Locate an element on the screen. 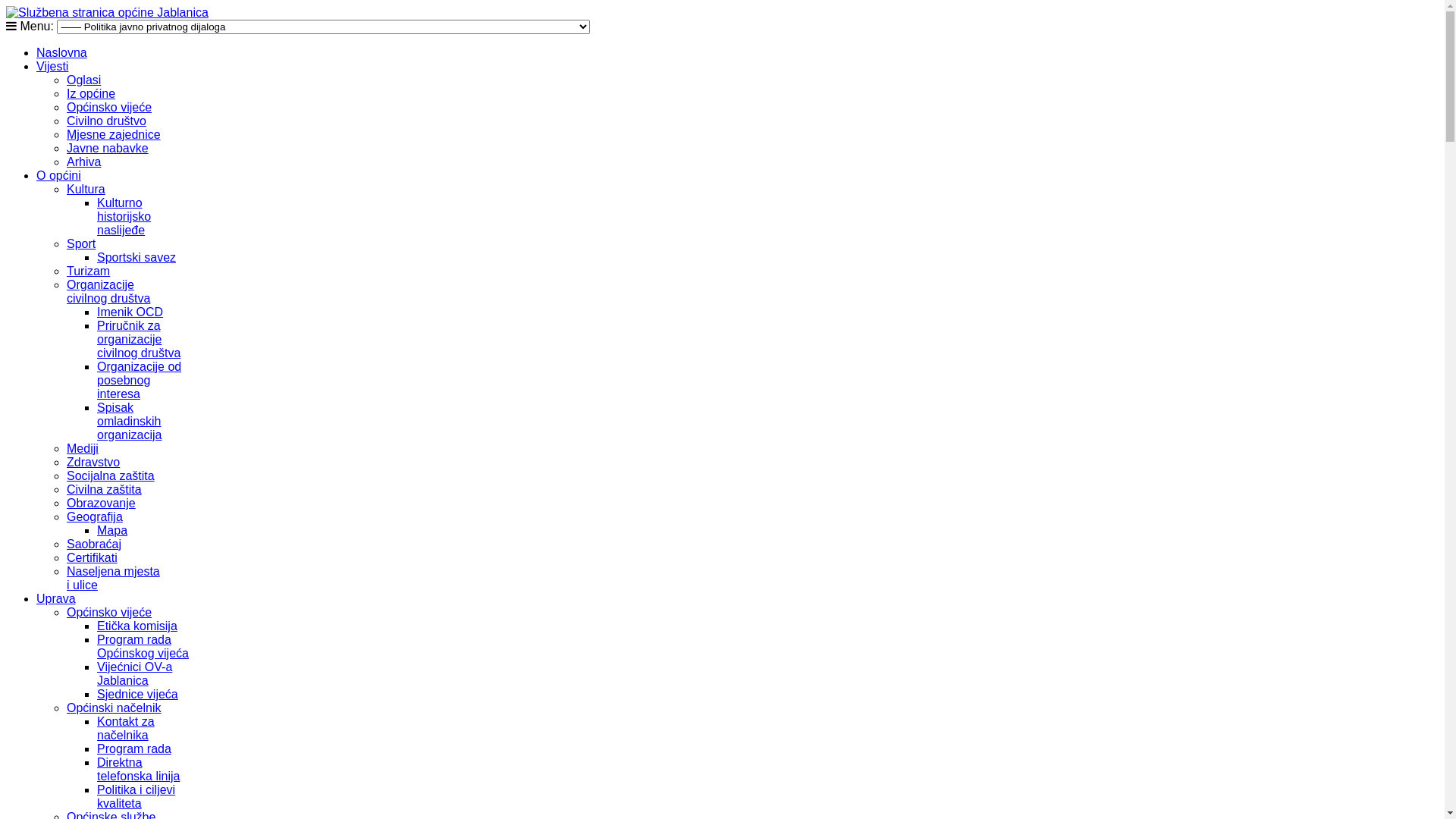 This screenshot has height=819, width=1456. 'Mediji' is located at coordinates (82, 447).